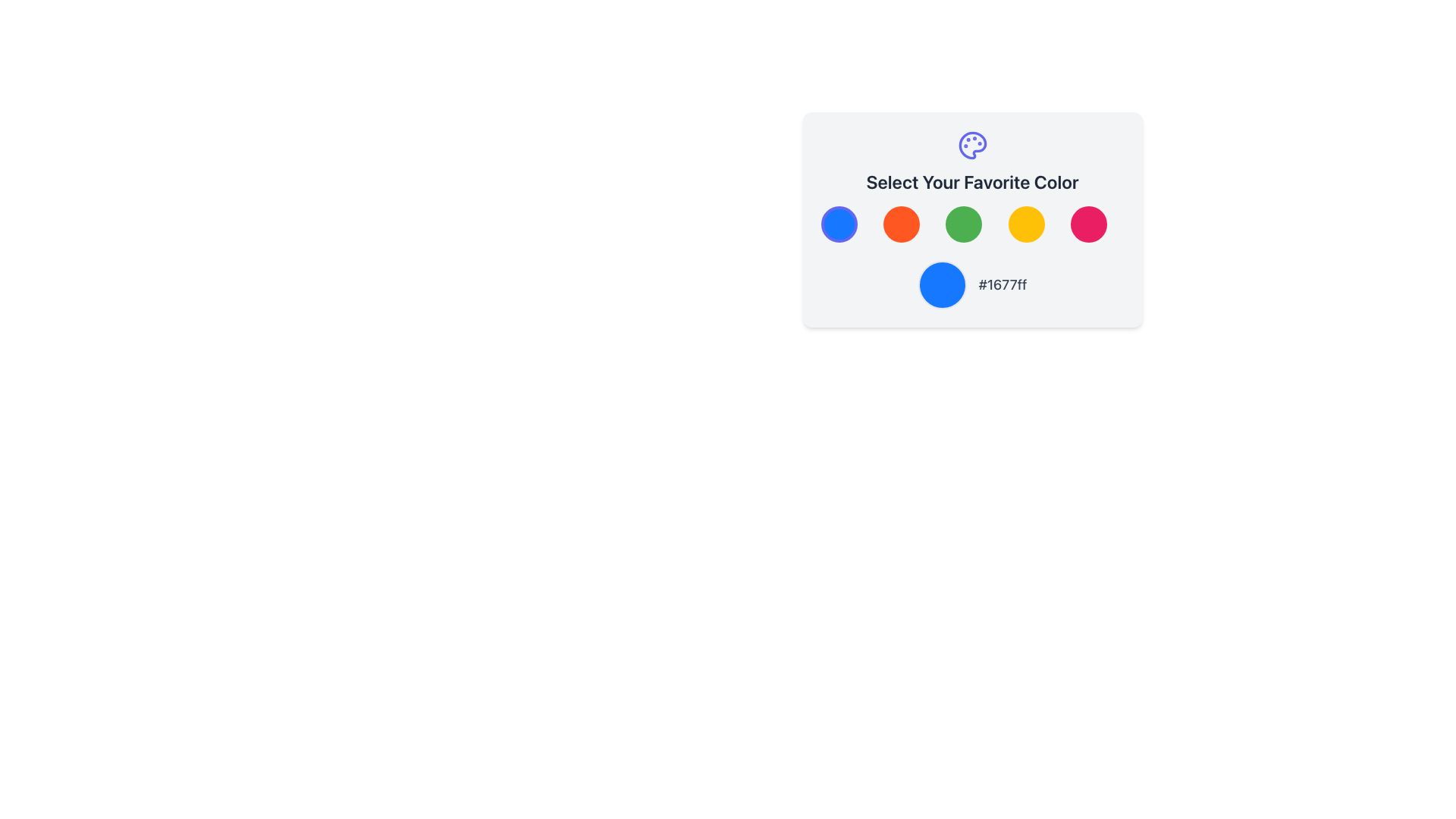  What do you see at coordinates (972, 146) in the screenshot?
I see `the stylized blue palette icon at the top of the card, which is centered above the 'Select Your Favorite Color' text` at bounding box center [972, 146].